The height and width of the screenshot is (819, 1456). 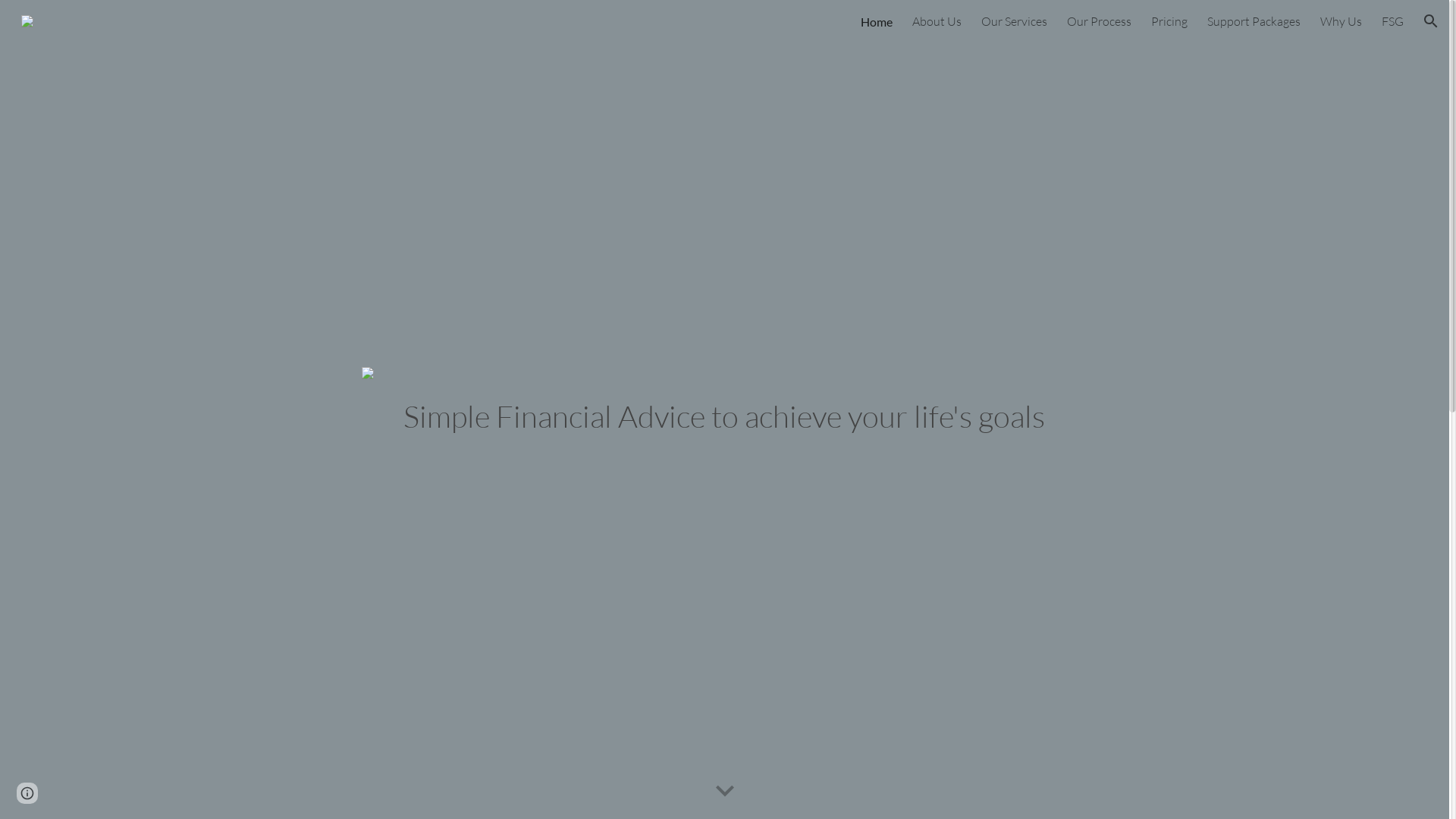 What do you see at coordinates (1014, 20) in the screenshot?
I see `'Our Services'` at bounding box center [1014, 20].